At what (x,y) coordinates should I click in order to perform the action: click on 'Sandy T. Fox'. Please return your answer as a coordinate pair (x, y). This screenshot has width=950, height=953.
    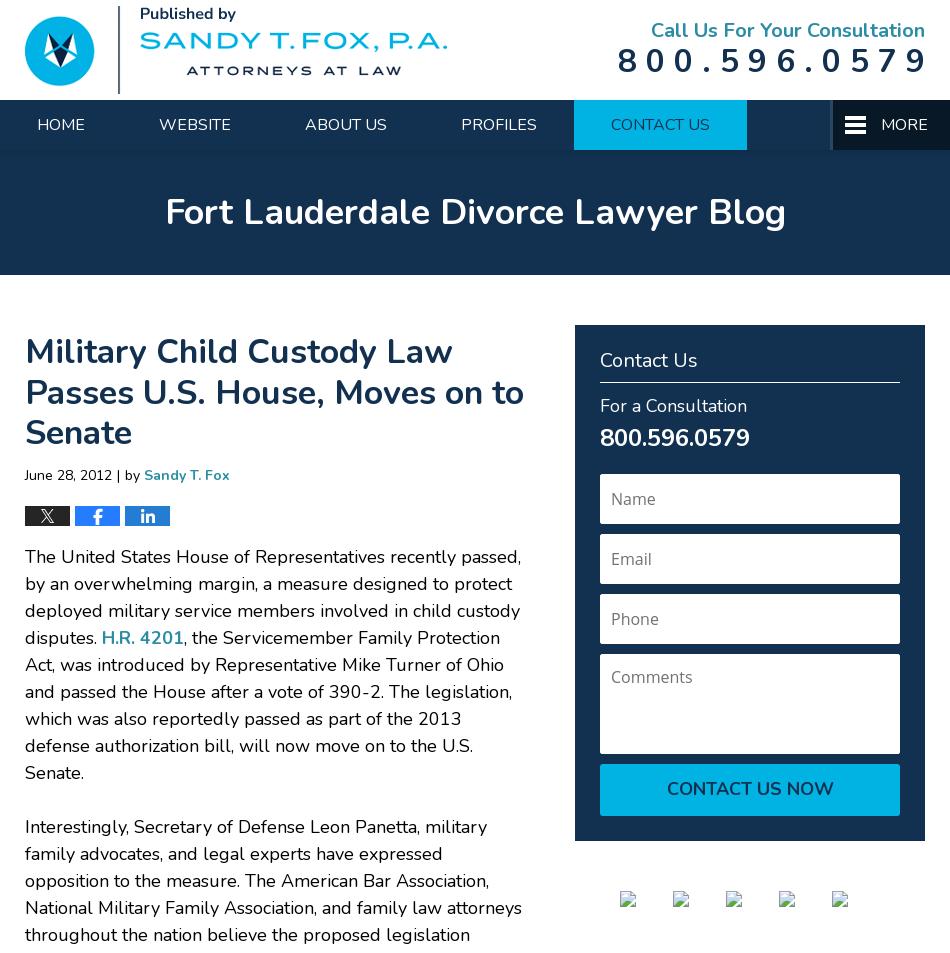
    Looking at the image, I should click on (144, 473).